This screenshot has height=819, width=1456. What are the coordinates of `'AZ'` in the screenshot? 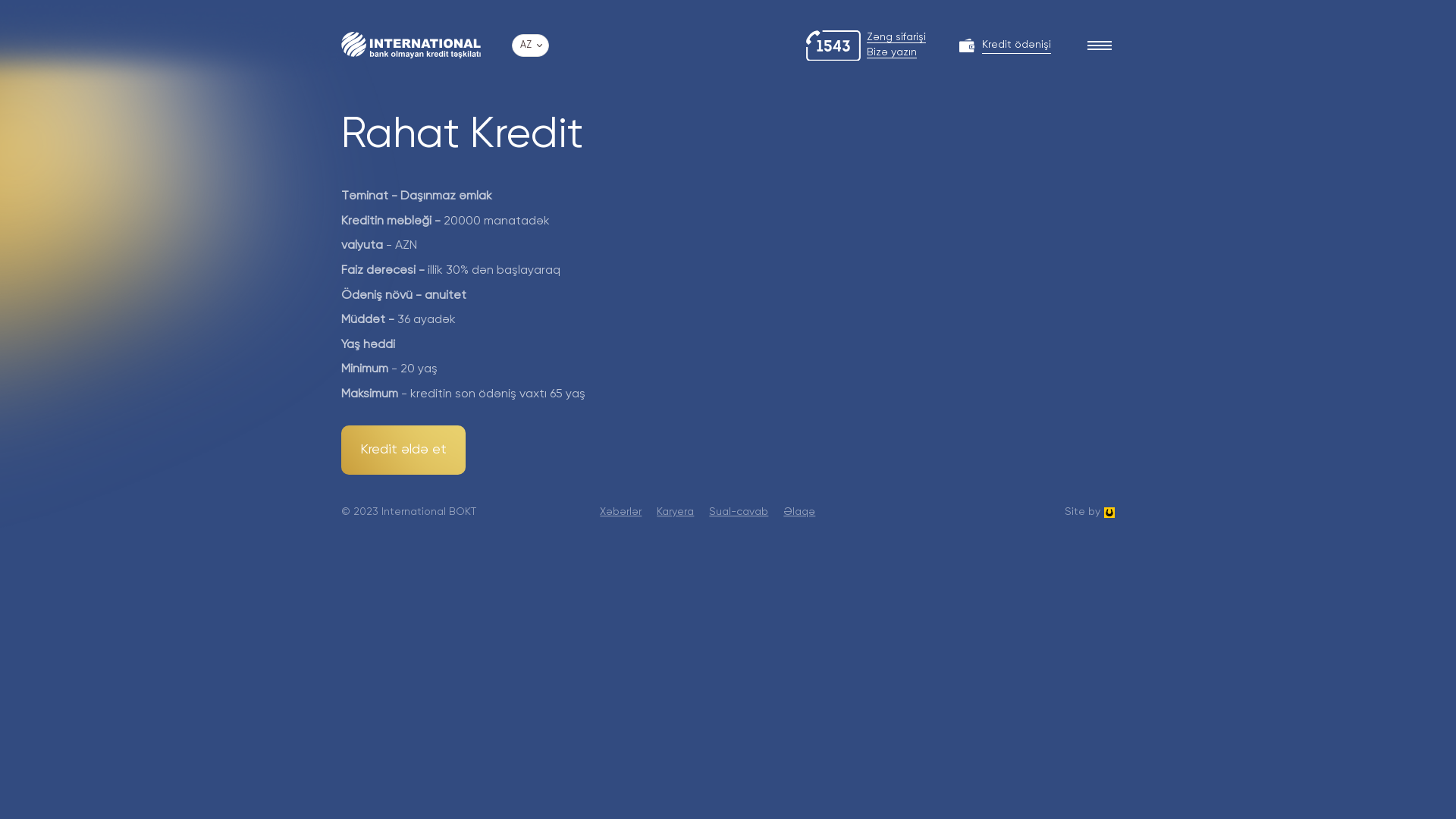 It's located at (530, 45).